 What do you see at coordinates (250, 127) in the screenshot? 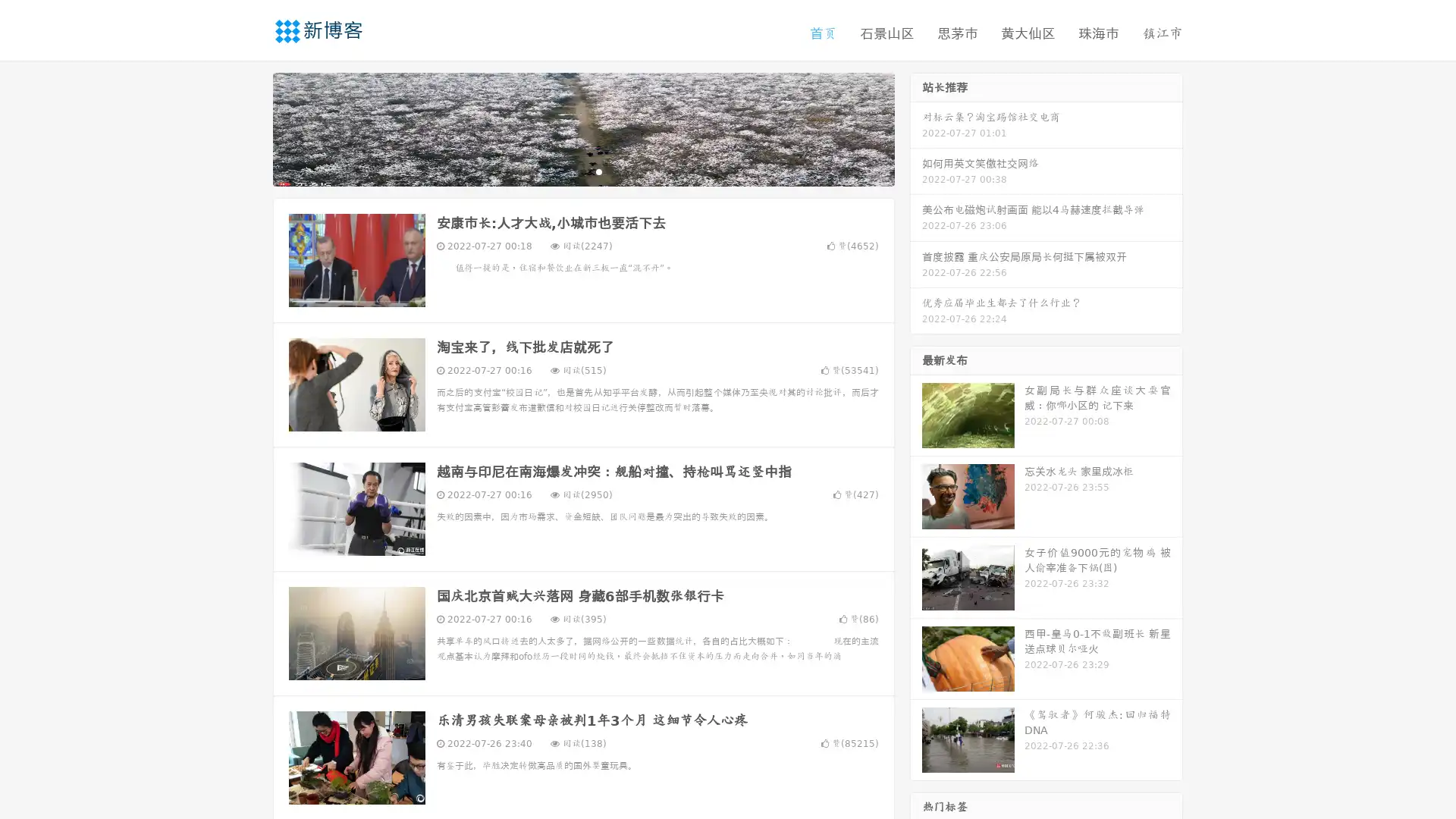
I see `Previous slide` at bounding box center [250, 127].